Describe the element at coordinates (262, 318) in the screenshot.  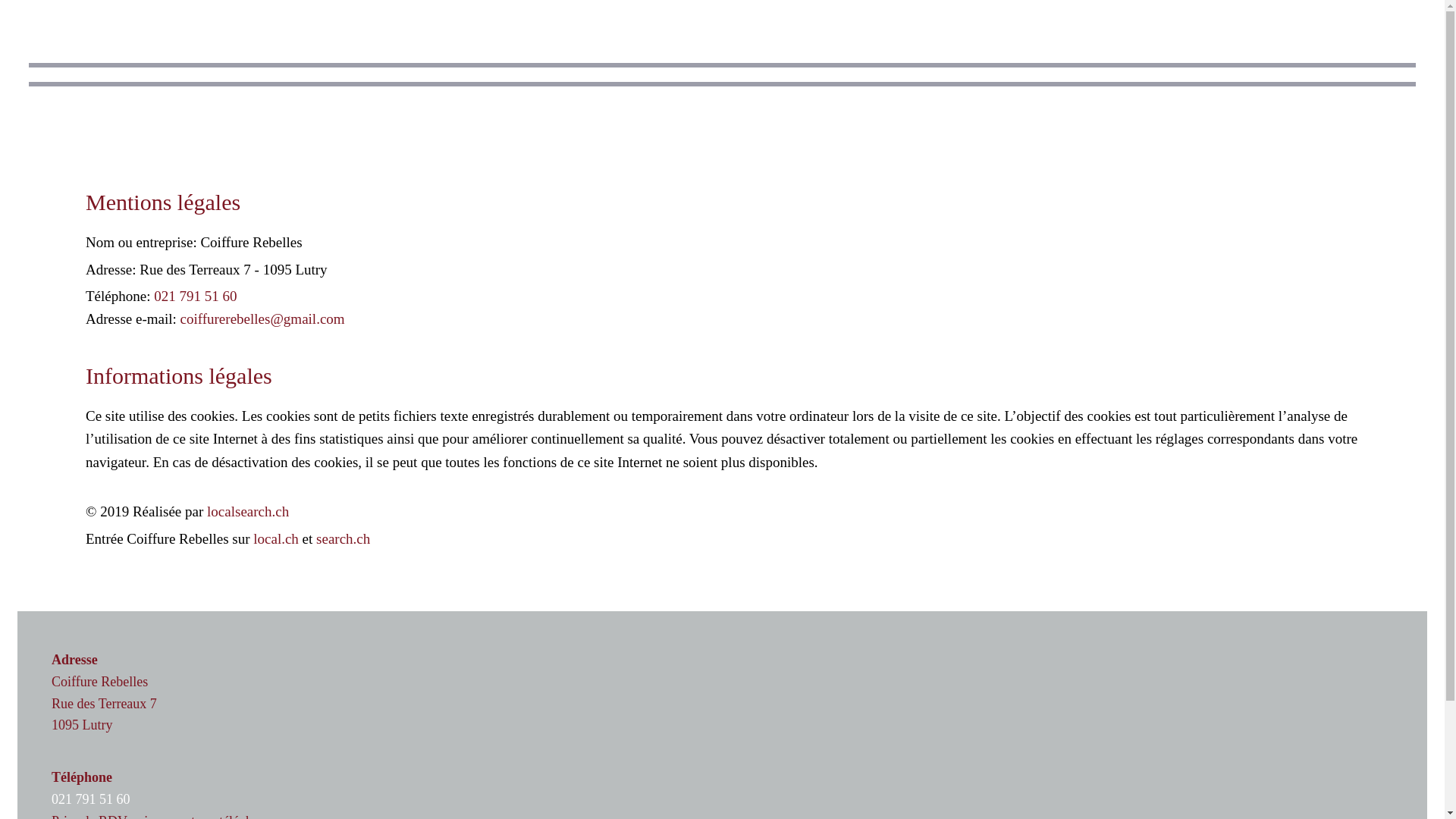
I see `'coiffurerebelles@gmail.com'` at that location.